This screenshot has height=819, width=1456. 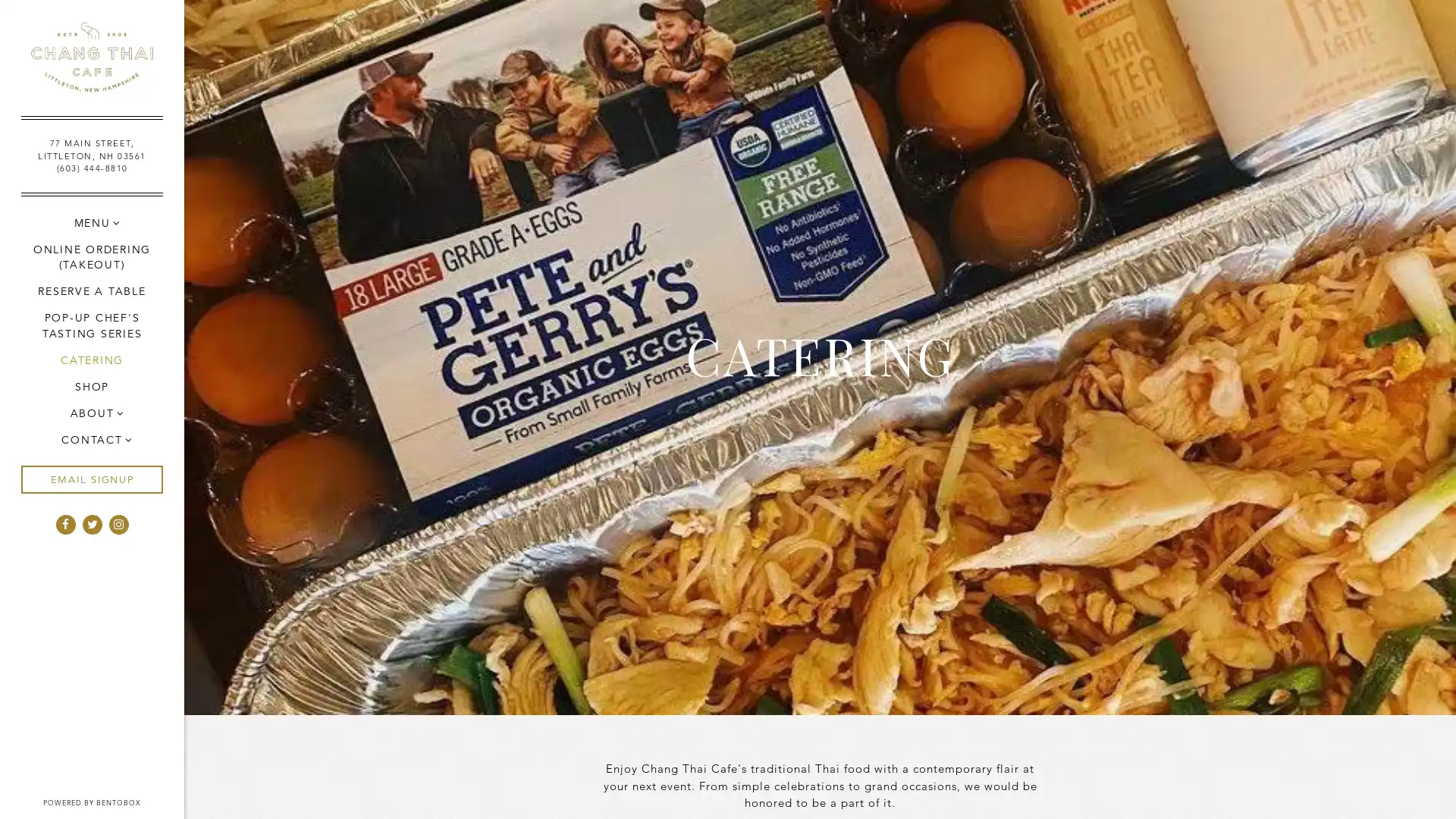 What do you see at coordinates (90, 222) in the screenshot?
I see `MENU` at bounding box center [90, 222].